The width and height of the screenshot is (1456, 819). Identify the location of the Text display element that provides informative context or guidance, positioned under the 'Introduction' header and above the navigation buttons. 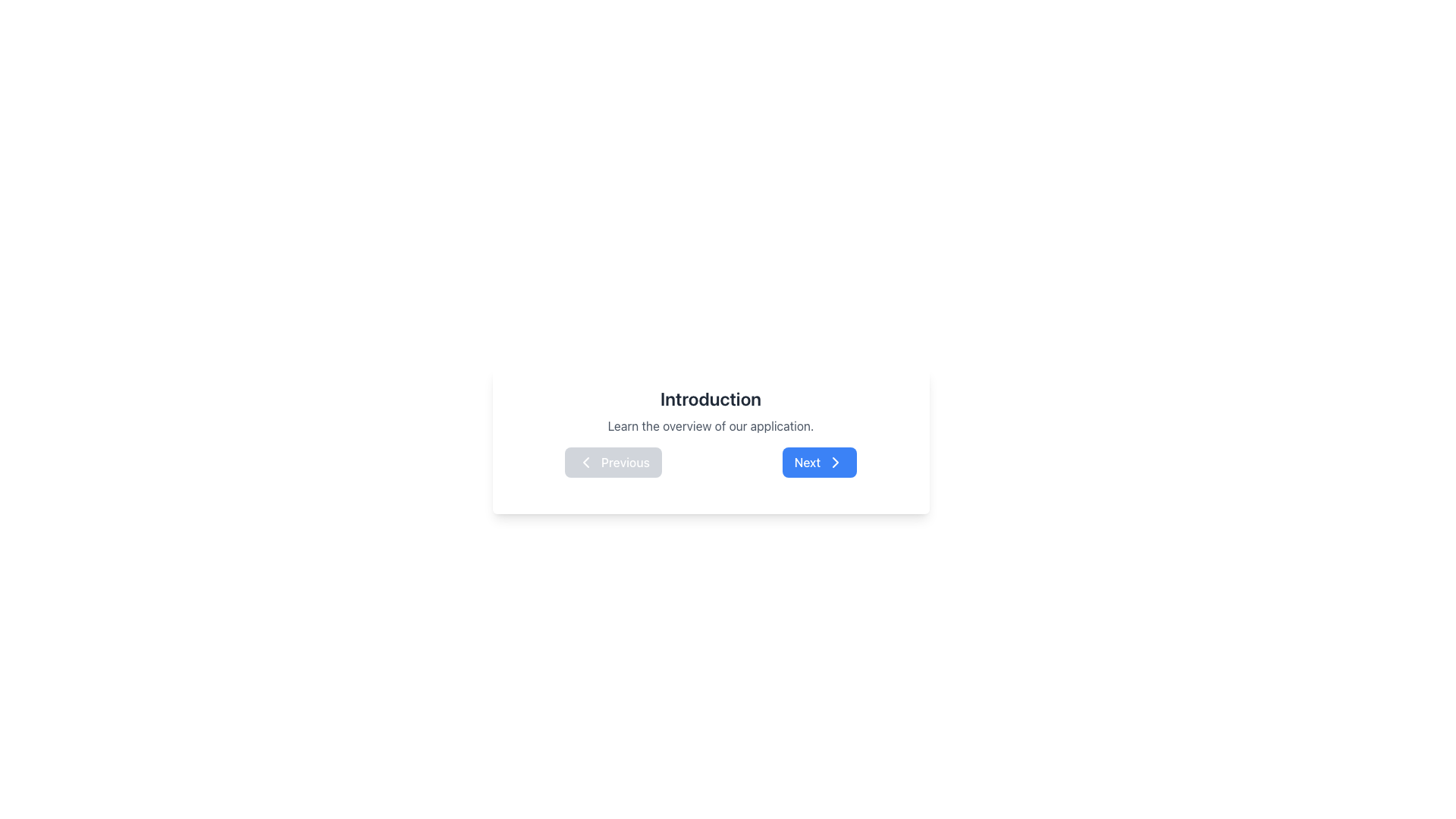
(710, 426).